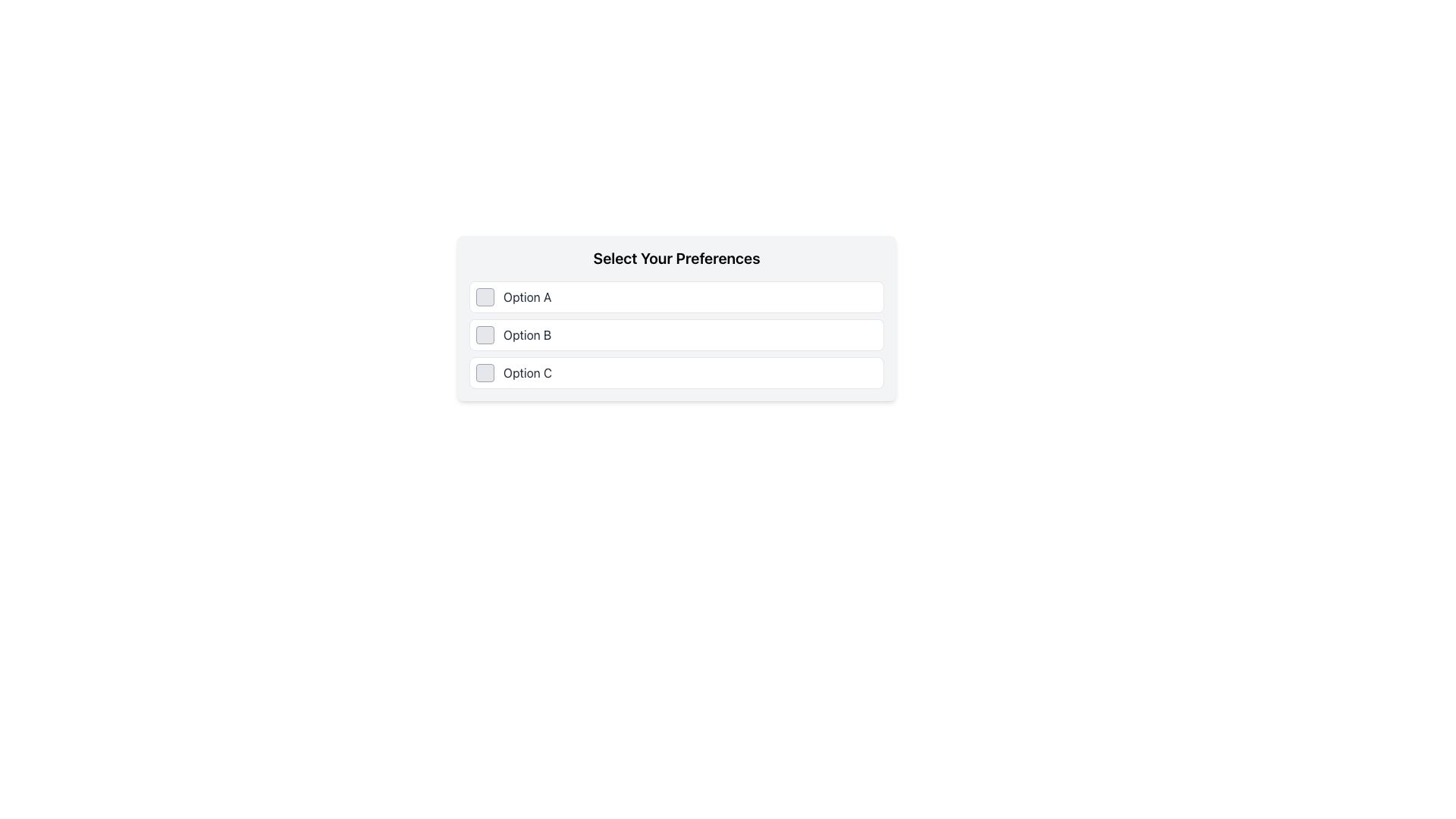 Image resolution: width=1456 pixels, height=819 pixels. Describe the element at coordinates (527, 334) in the screenshot. I see `the second text label in a vertical list of options, which describes the associated checkbox for 'Option B'` at that location.